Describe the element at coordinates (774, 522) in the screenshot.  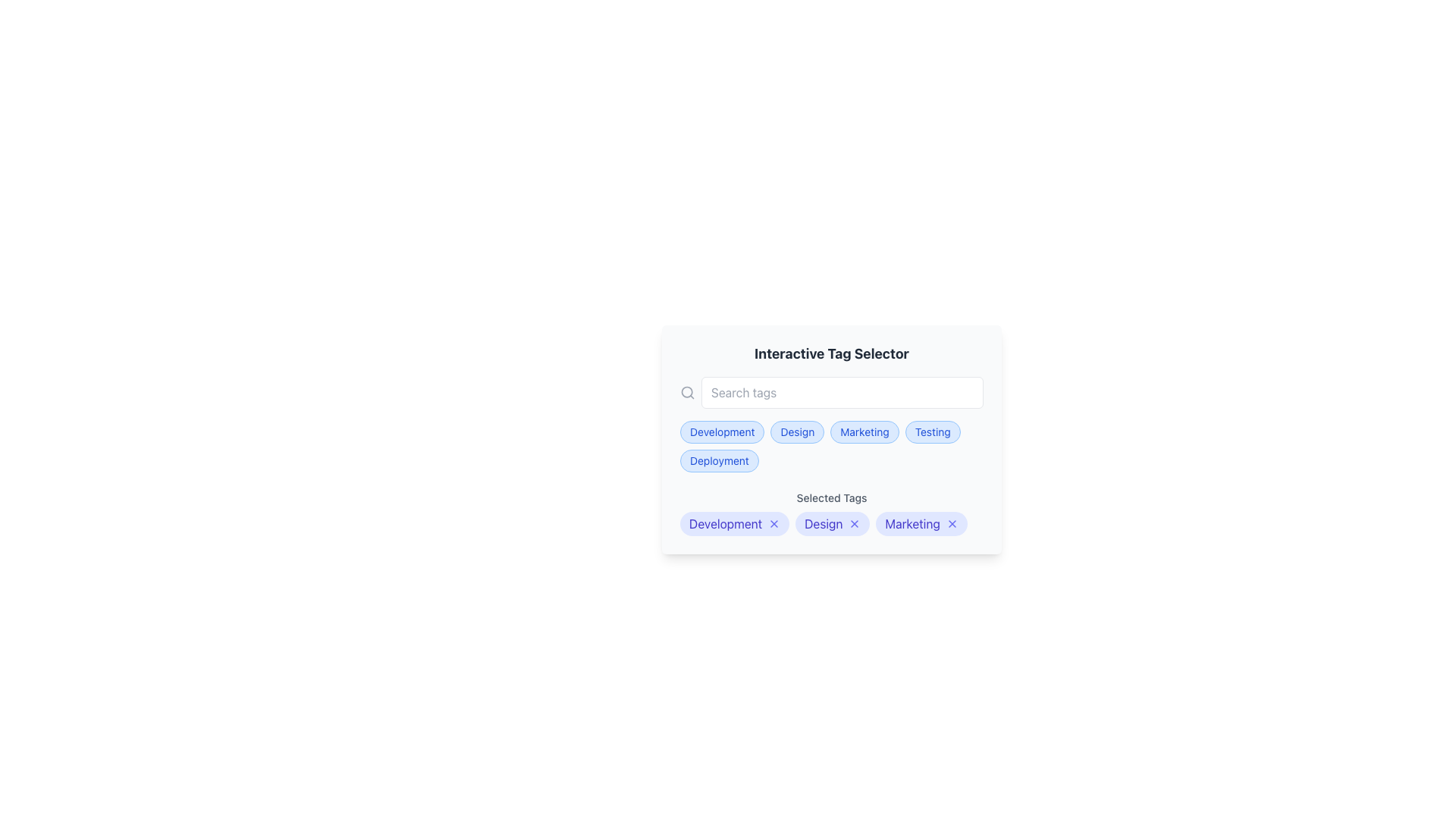
I see `the indigo 'X' button located to the immediate right of the 'Development' tag in the 'Selected Tags' section` at that location.